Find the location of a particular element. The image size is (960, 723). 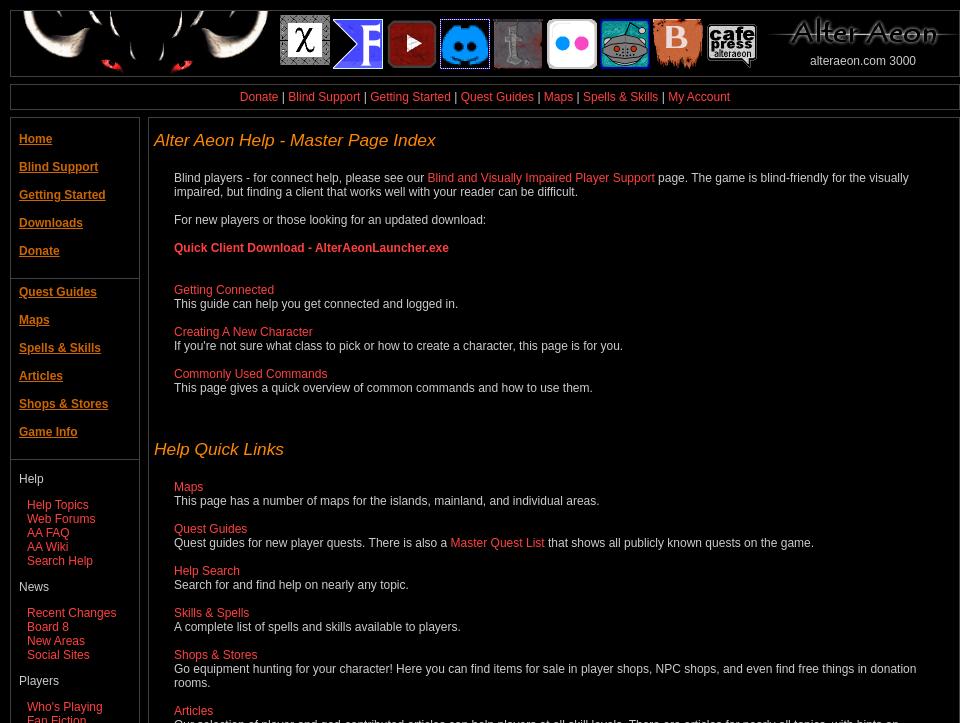

'Help Search' is located at coordinates (206, 569).